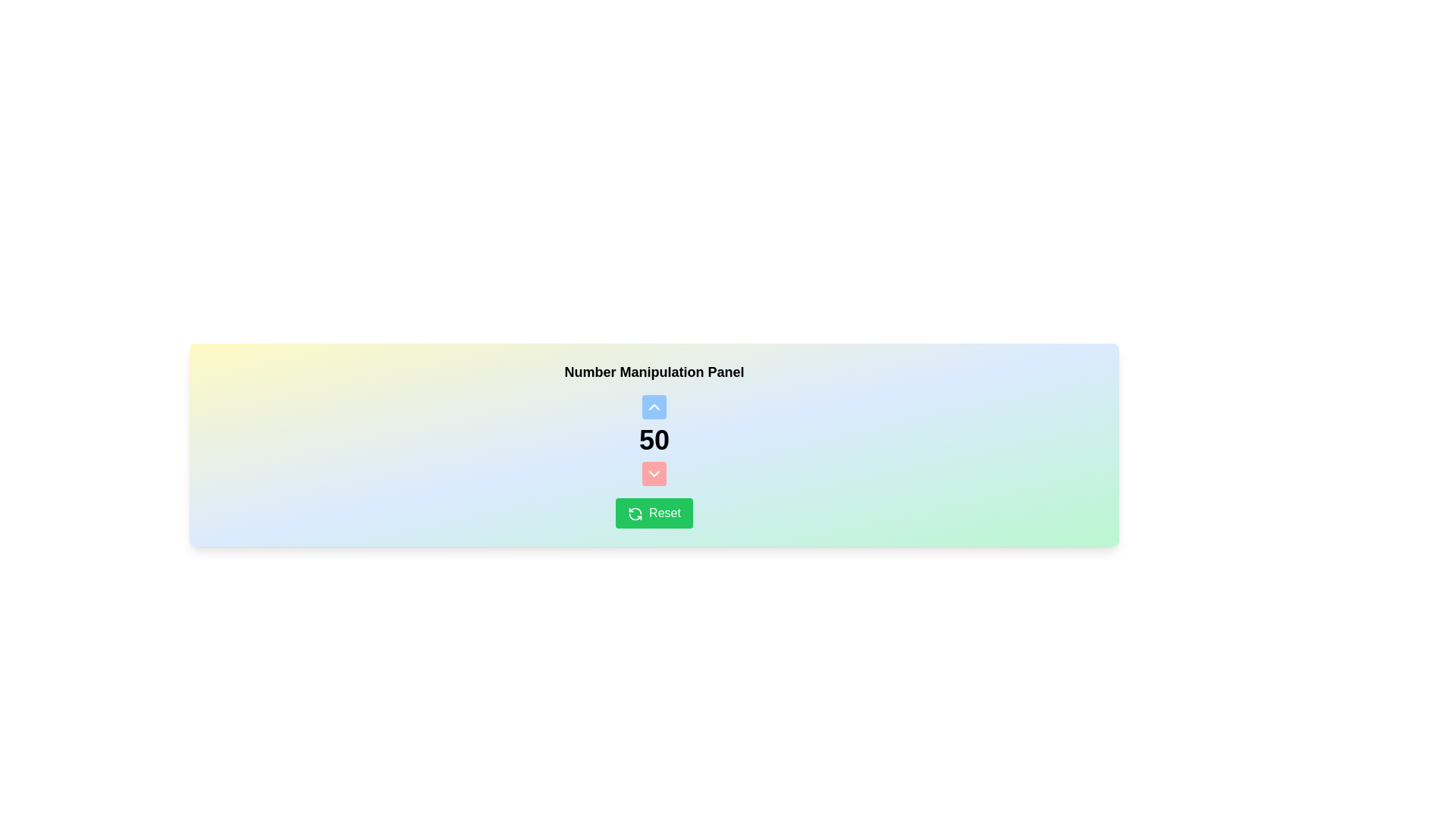  Describe the element at coordinates (635, 513) in the screenshot. I see `the circular green refresh icon located within the 'Reset' button at the bottom-center of the panel for additional effects` at that location.